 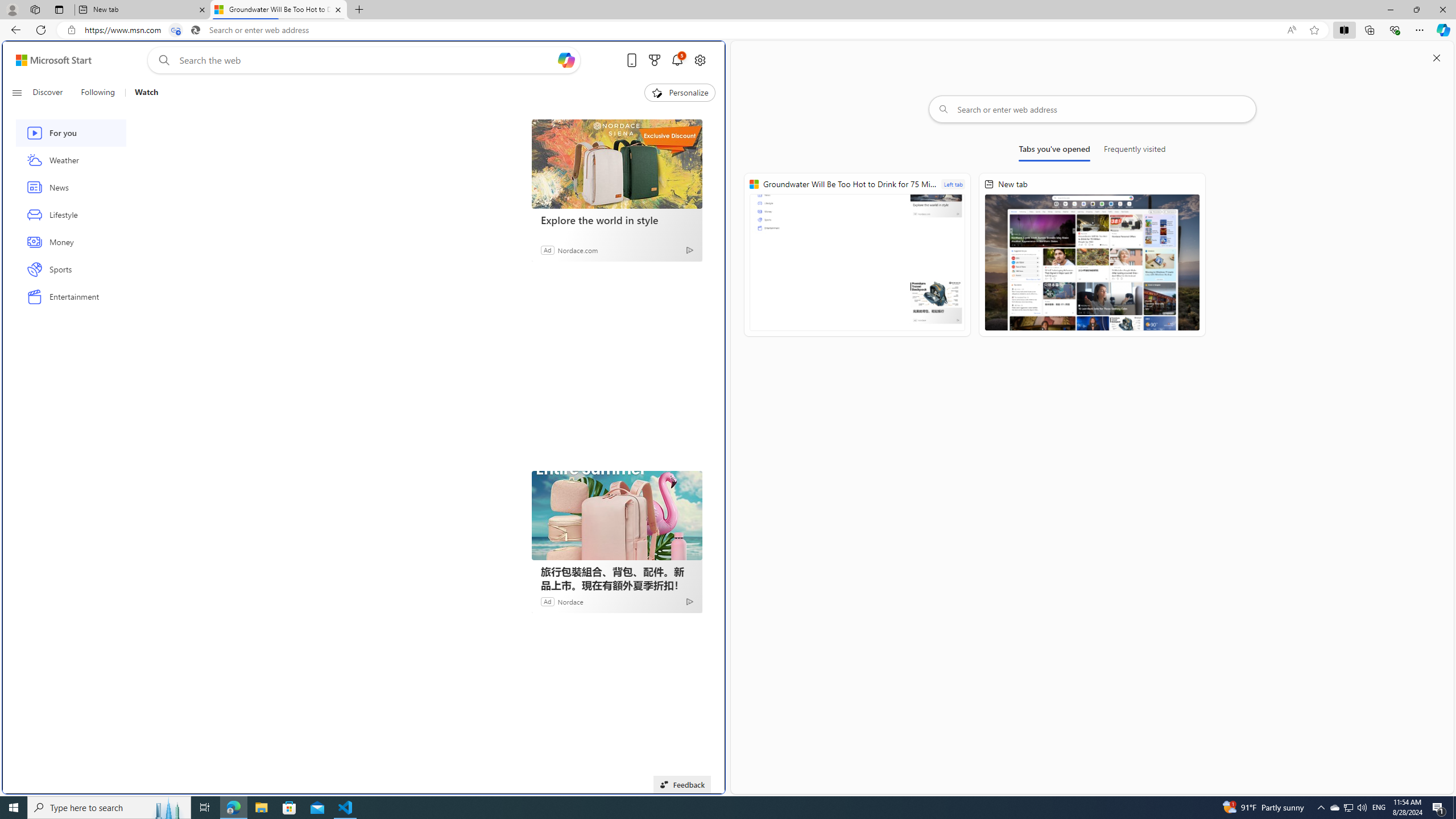 I want to click on 'Discover', so click(x=52, y=92).